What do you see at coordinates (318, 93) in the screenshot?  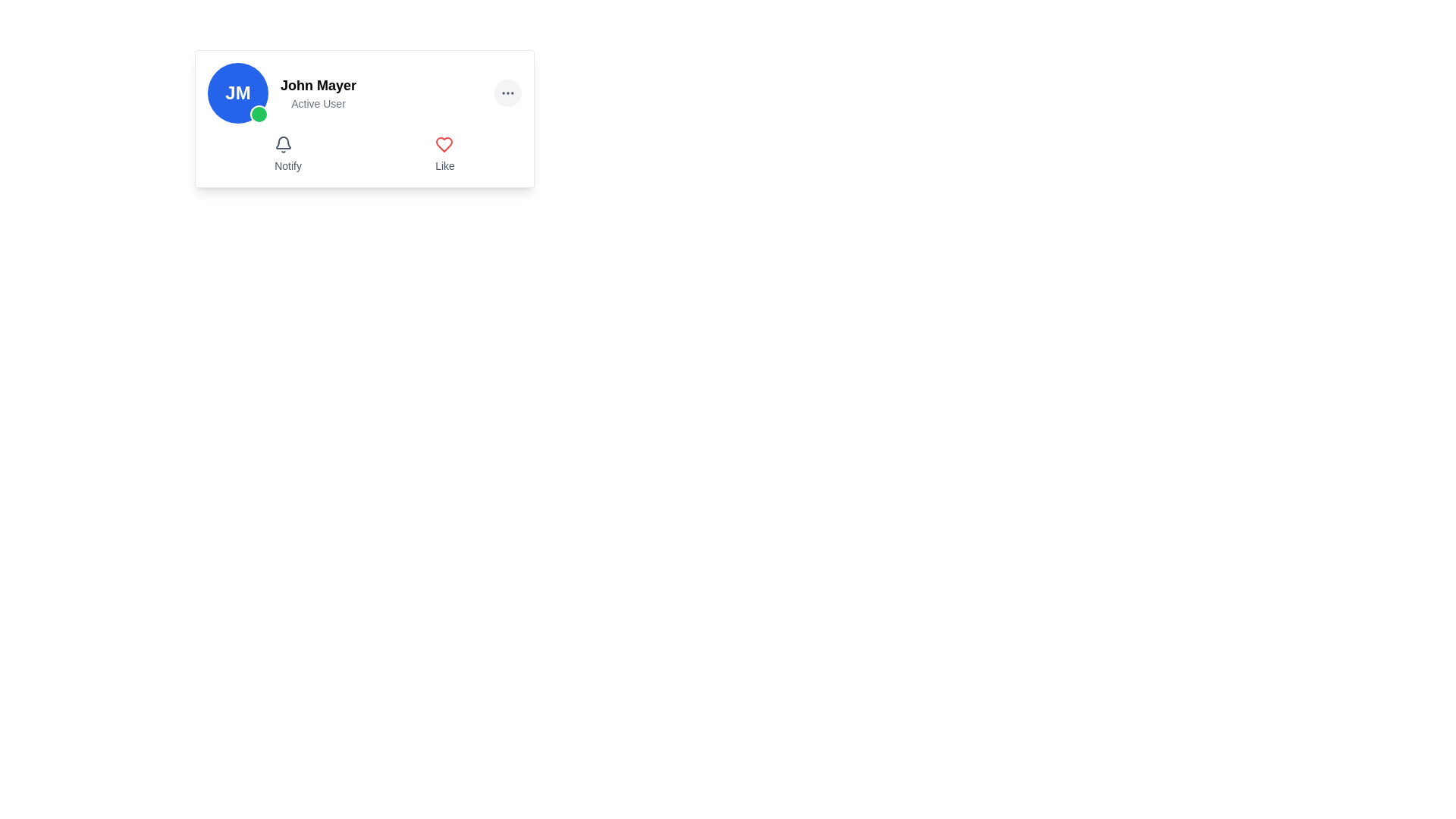 I see `text content of the Text Component displaying 'John Mayer' and 'Active User', which is located within a card layout to the right of a blue circle with initials 'JM'` at bounding box center [318, 93].